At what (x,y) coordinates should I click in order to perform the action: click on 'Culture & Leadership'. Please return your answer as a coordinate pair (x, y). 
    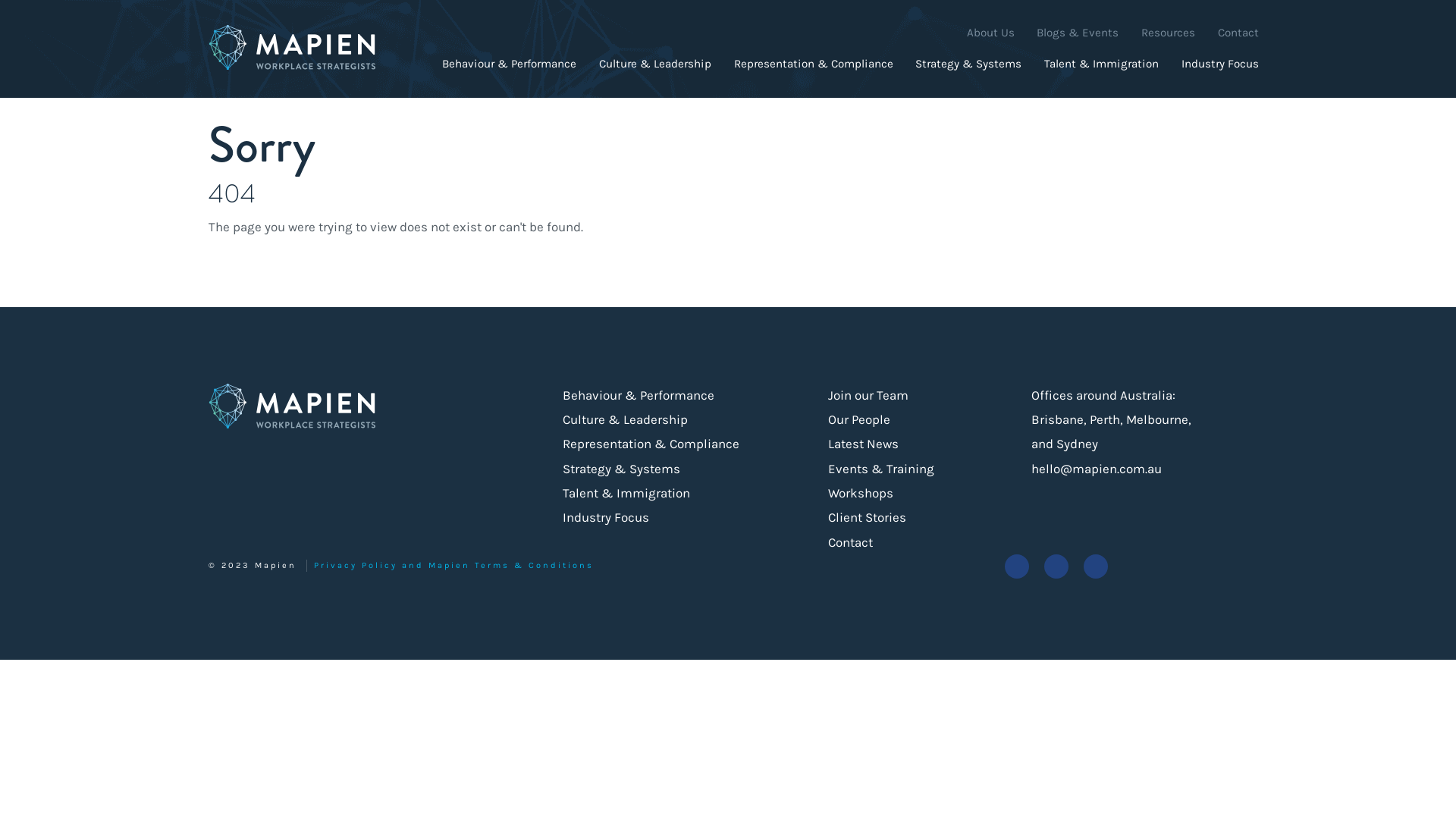
    Looking at the image, I should click on (625, 419).